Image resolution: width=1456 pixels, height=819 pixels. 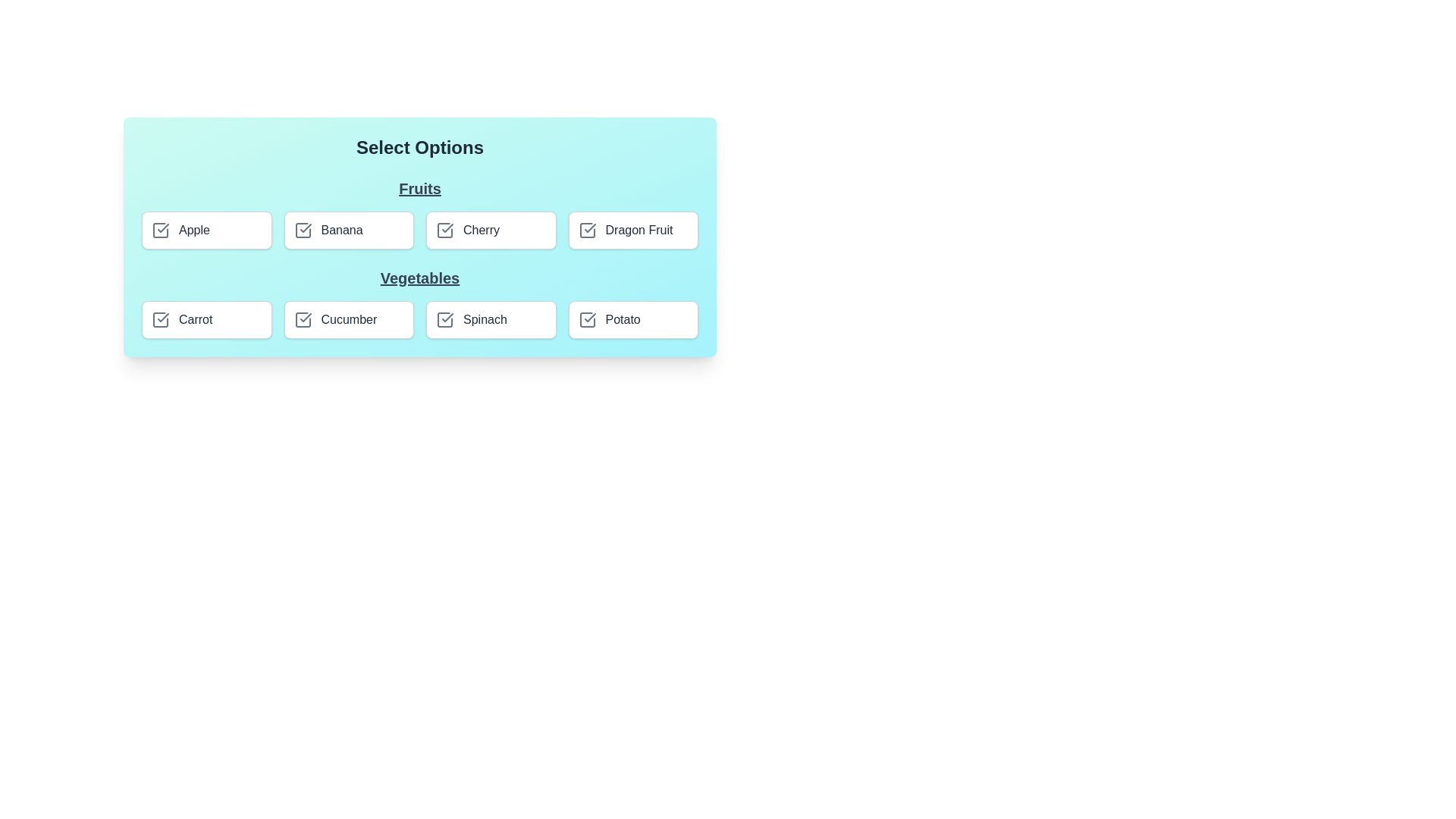 What do you see at coordinates (586, 231) in the screenshot?
I see `the SVG graphical element that indicates the selected state of the 'Dragon Fruit' checkbox, located at the top right corner of the checkbox` at bounding box center [586, 231].